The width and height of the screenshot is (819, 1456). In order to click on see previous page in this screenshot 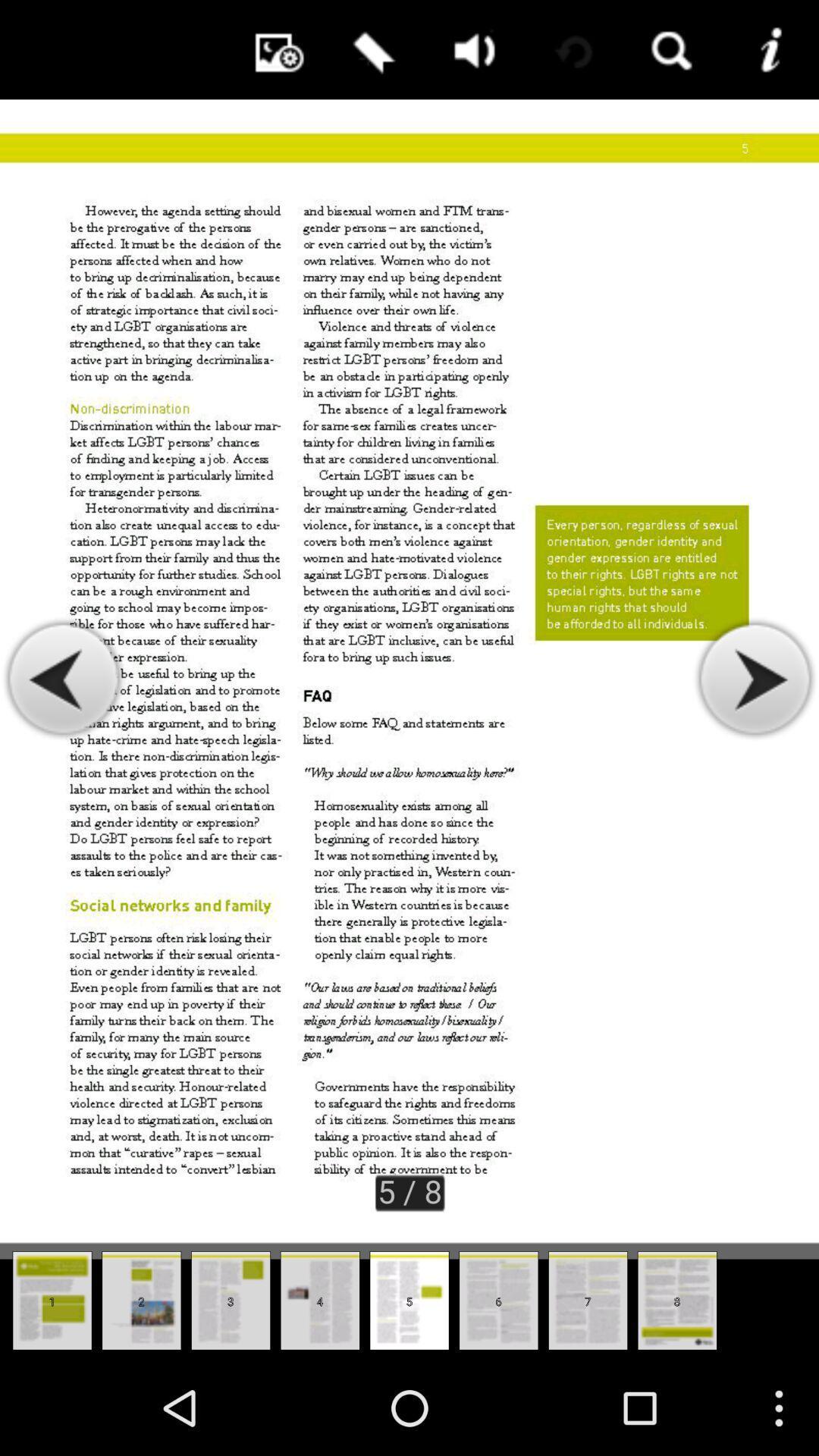, I will do `click(63, 679)`.